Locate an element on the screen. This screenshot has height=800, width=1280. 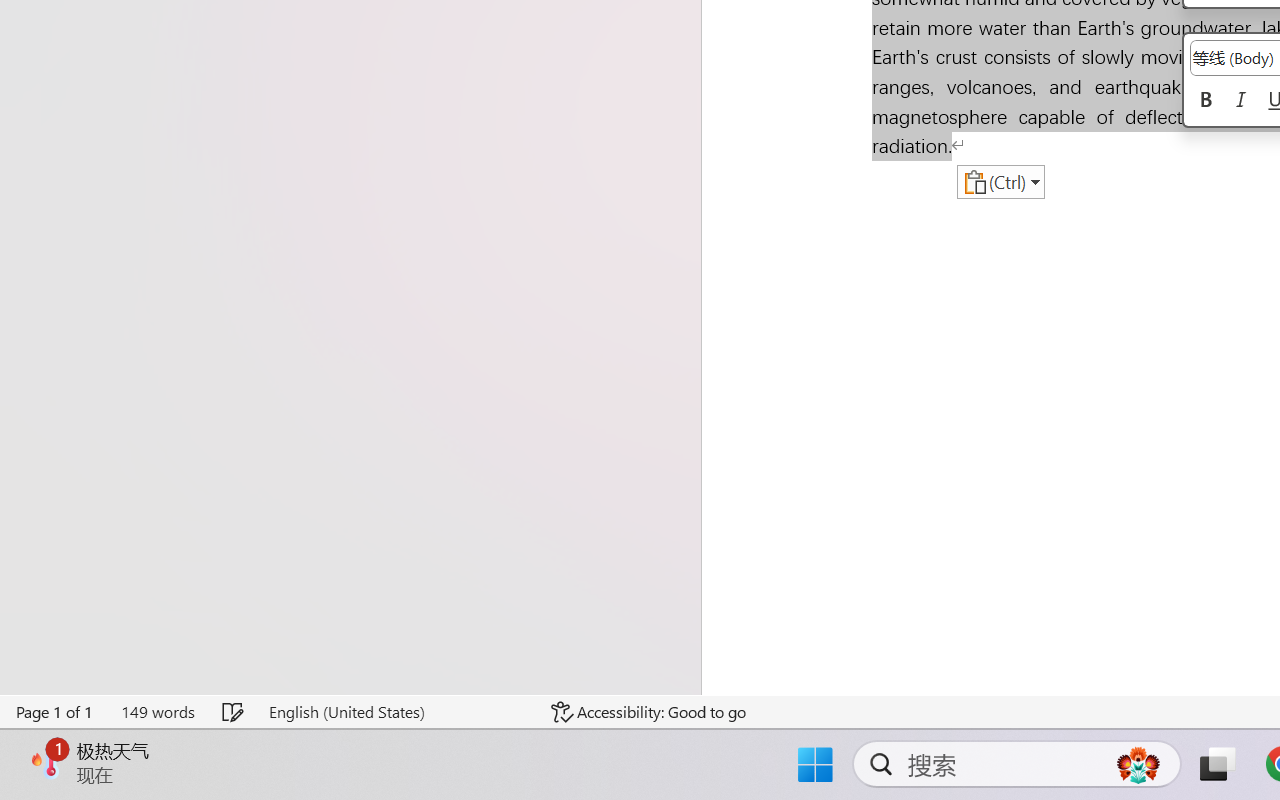
'Italic' is located at coordinates (1239, 100).